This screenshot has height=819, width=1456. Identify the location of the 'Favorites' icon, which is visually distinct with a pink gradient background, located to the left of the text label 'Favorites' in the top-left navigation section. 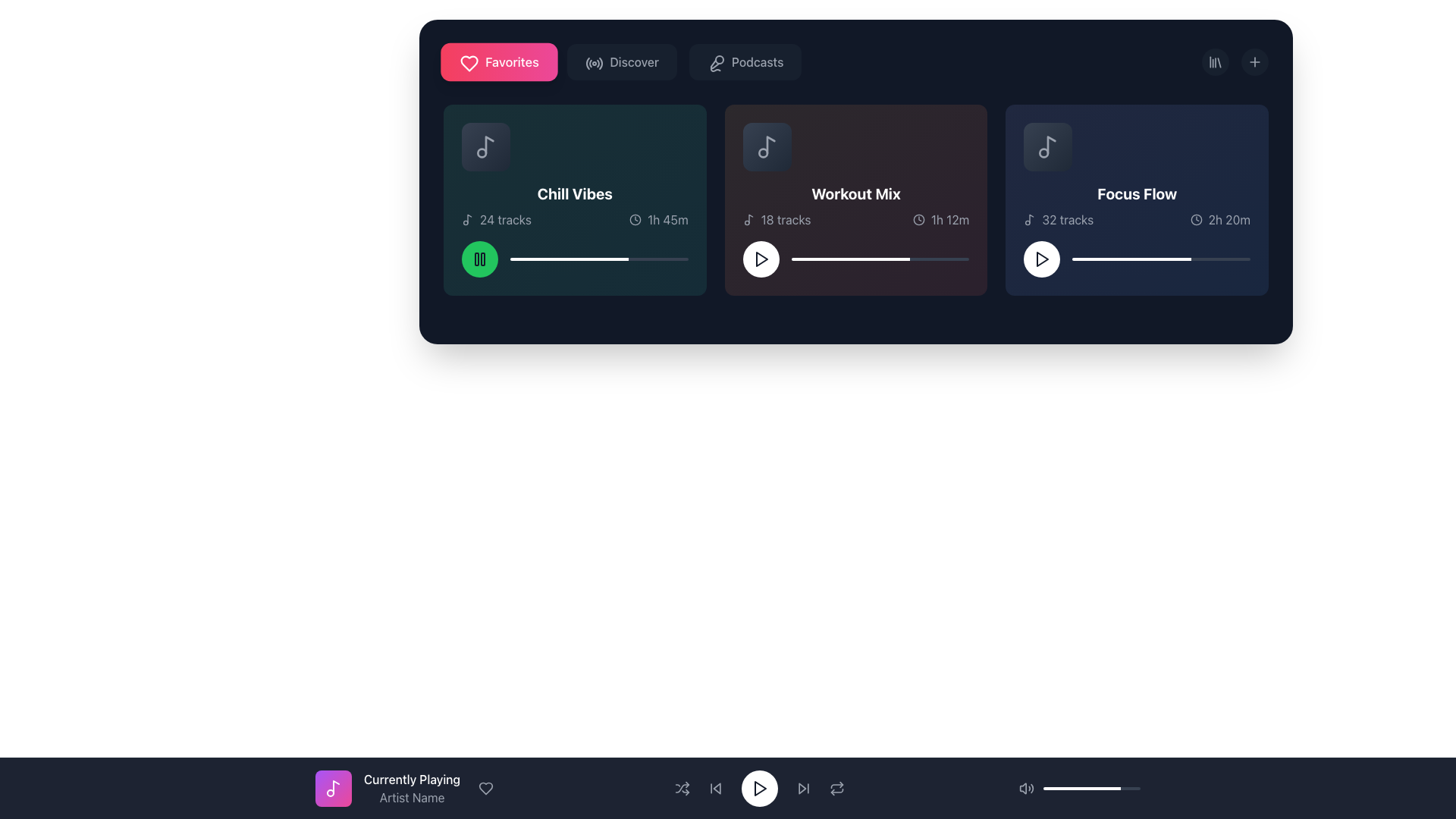
(467, 61).